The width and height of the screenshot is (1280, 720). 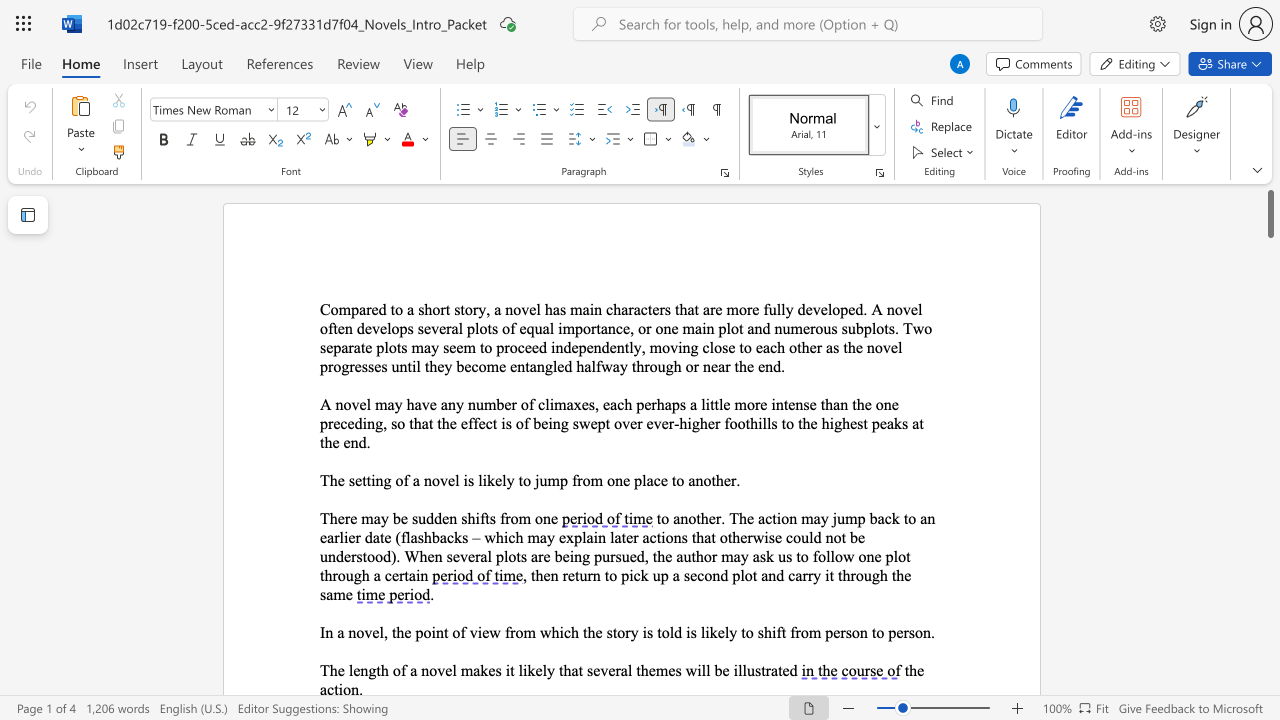 What do you see at coordinates (450, 480) in the screenshot?
I see `the 3th character "e" in the text` at bounding box center [450, 480].